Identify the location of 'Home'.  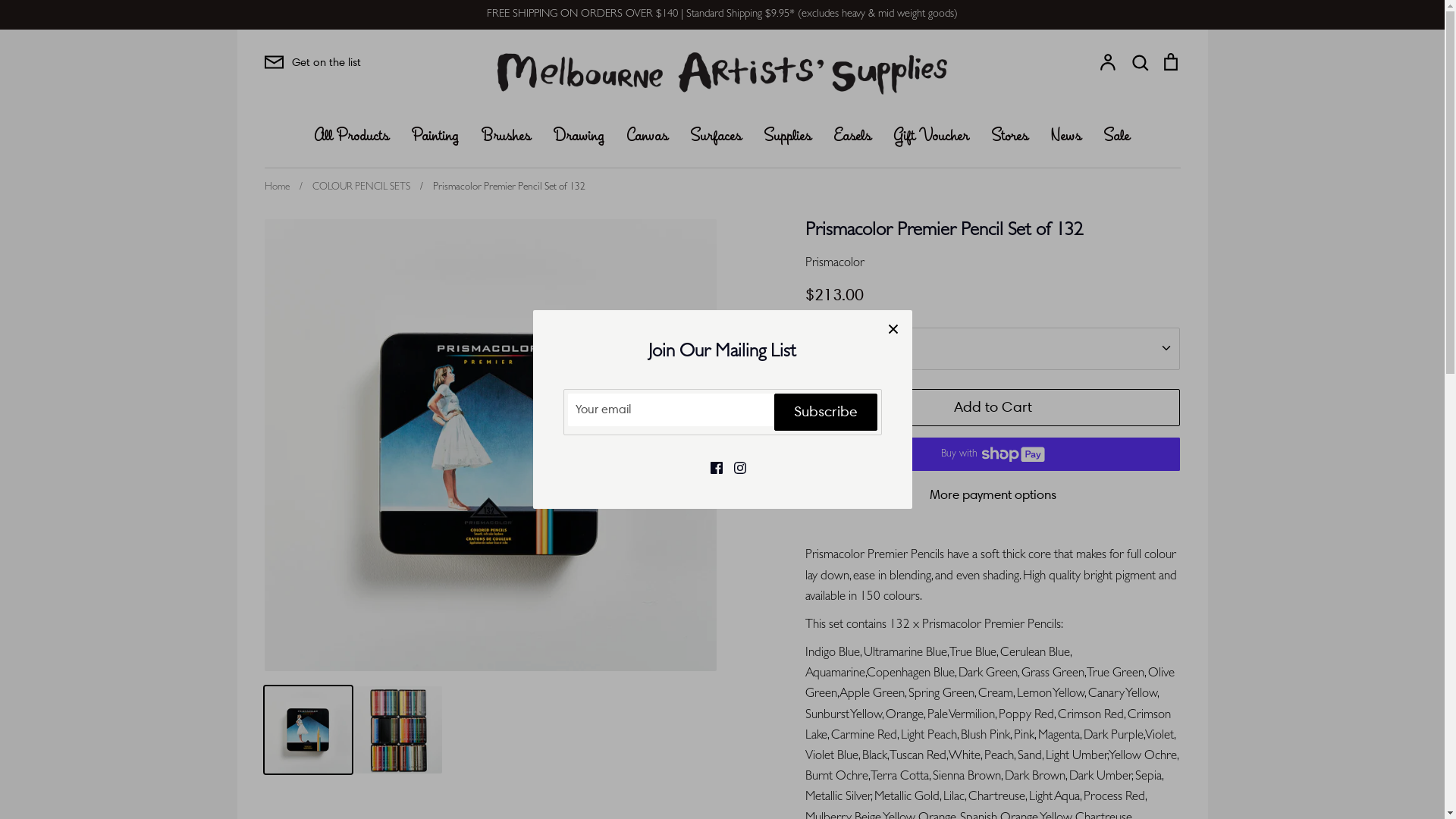
(276, 187).